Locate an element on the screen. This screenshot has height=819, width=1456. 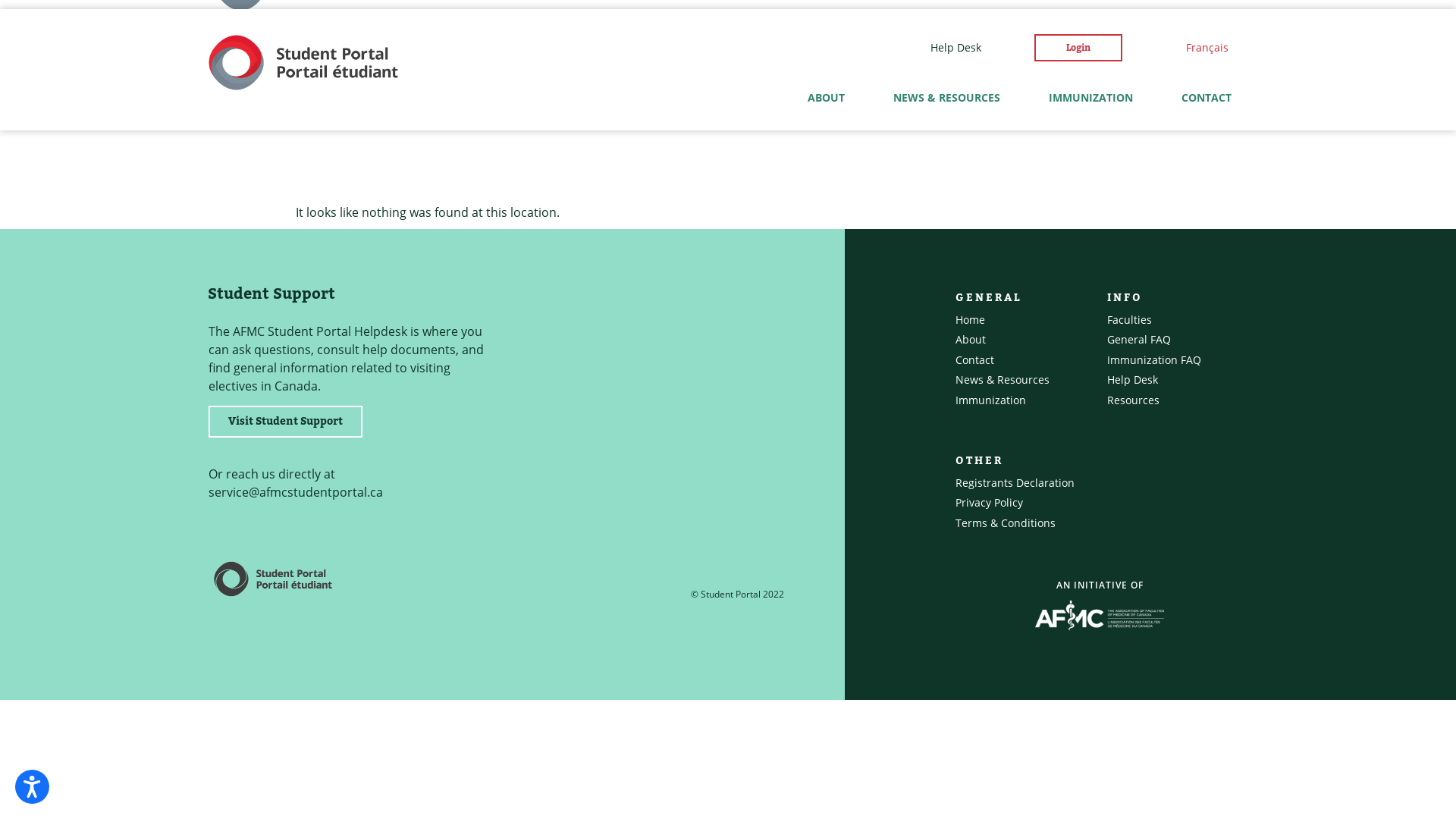
'About' is located at coordinates (971, 338).